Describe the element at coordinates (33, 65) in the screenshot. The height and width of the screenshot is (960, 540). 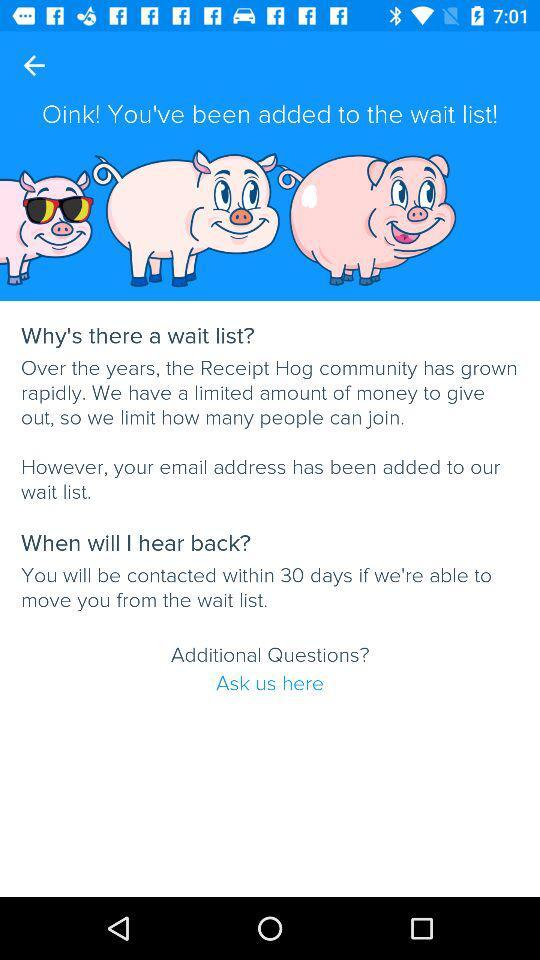
I see `the icon at the top left corner` at that location.